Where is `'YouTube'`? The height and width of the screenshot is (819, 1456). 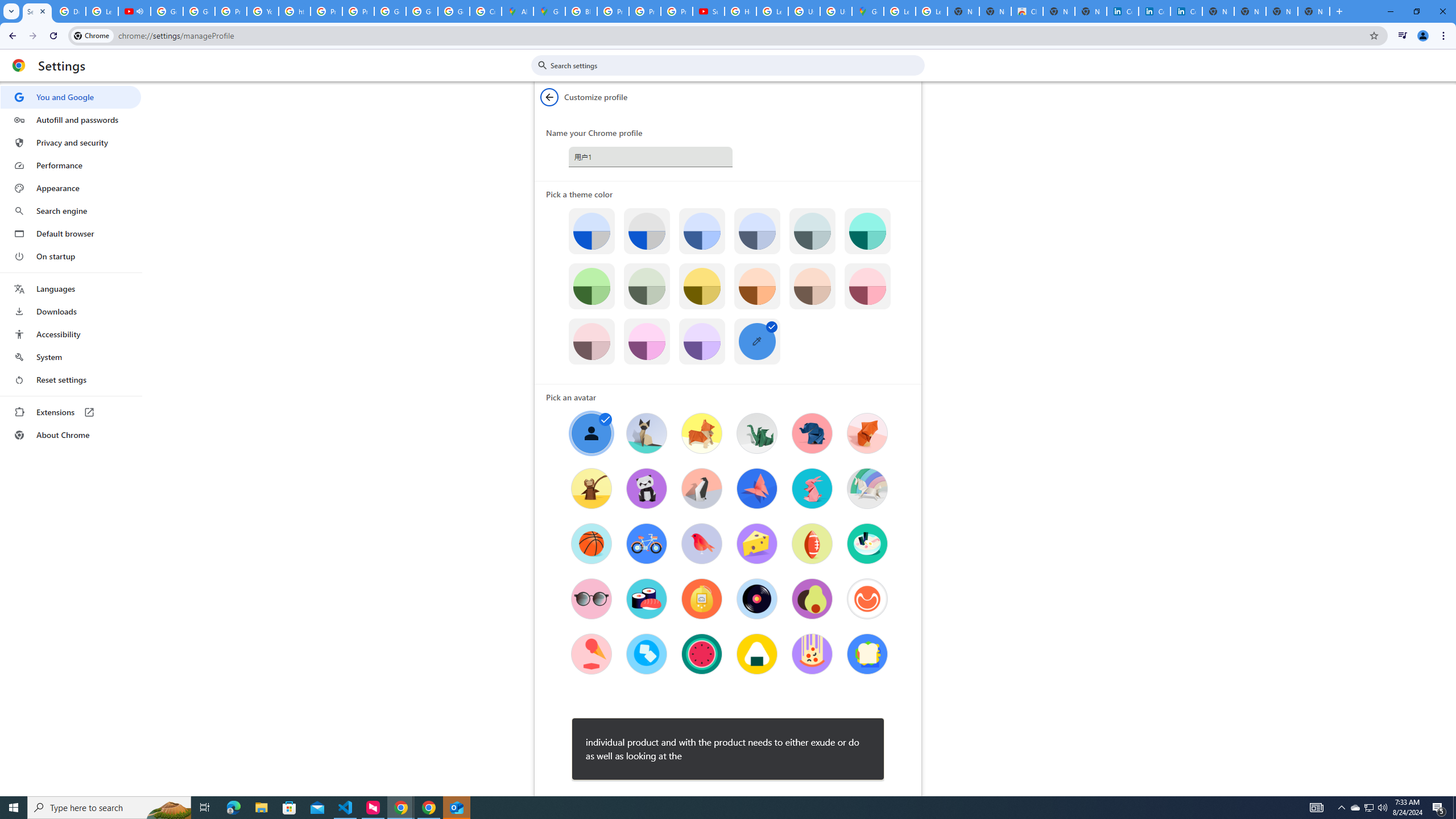 'YouTube' is located at coordinates (262, 11).